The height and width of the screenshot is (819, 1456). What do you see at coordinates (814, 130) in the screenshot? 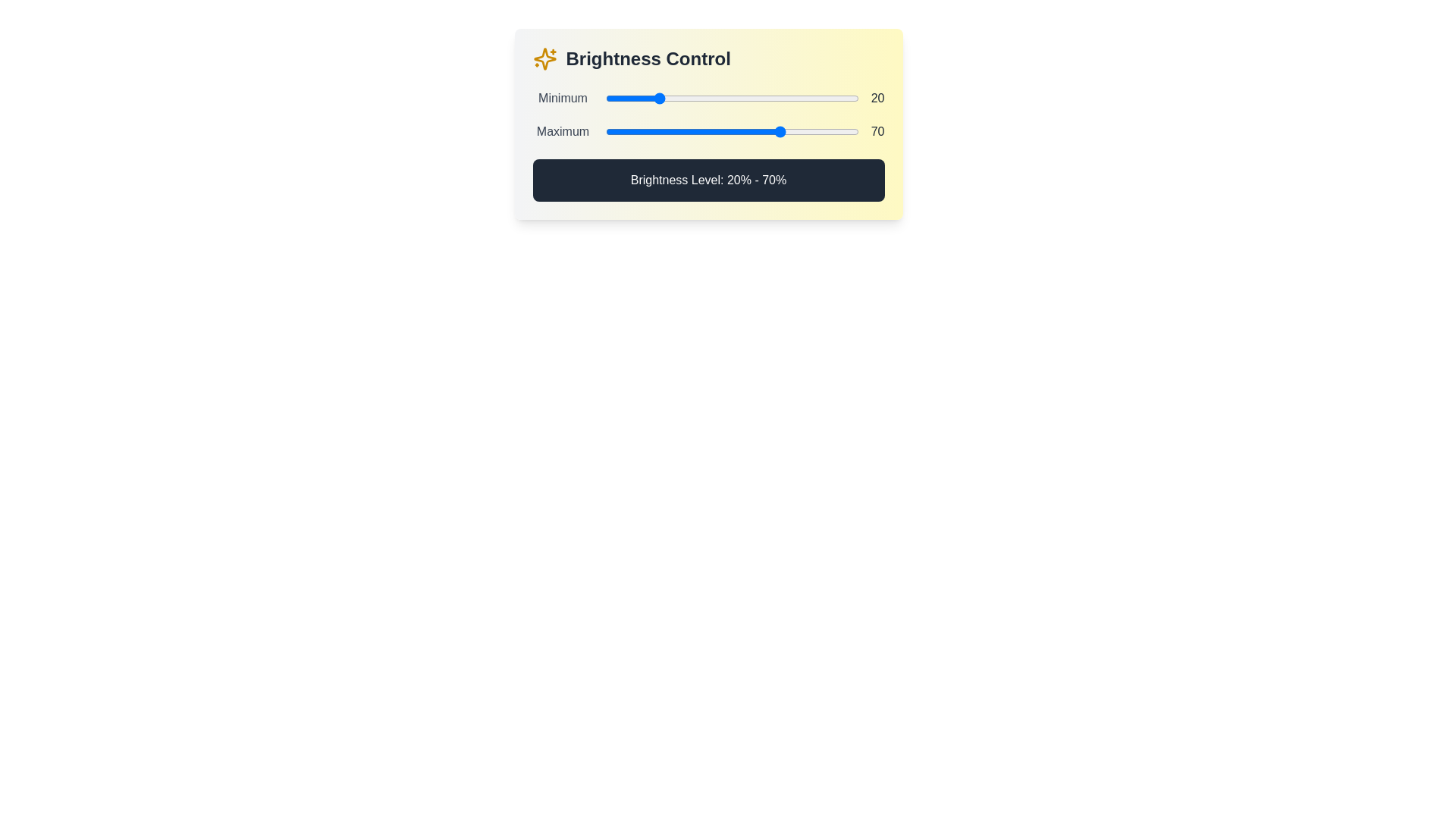
I see `the maximum brightness level to 83% by interacting with the second slider` at bounding box center [814, 130].